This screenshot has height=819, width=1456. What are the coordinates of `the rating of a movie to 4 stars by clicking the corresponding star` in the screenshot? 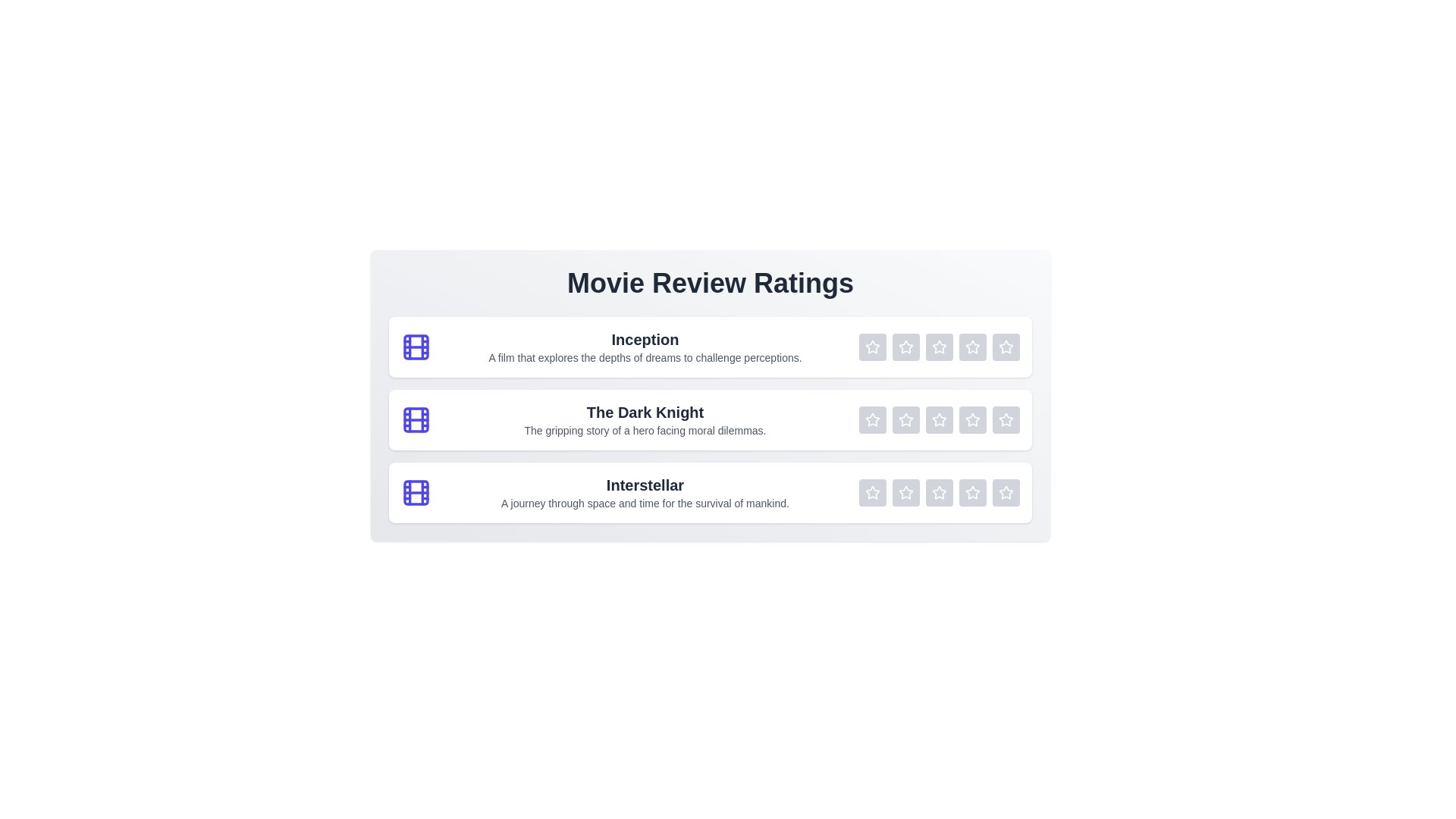 It's located at (972, 347).